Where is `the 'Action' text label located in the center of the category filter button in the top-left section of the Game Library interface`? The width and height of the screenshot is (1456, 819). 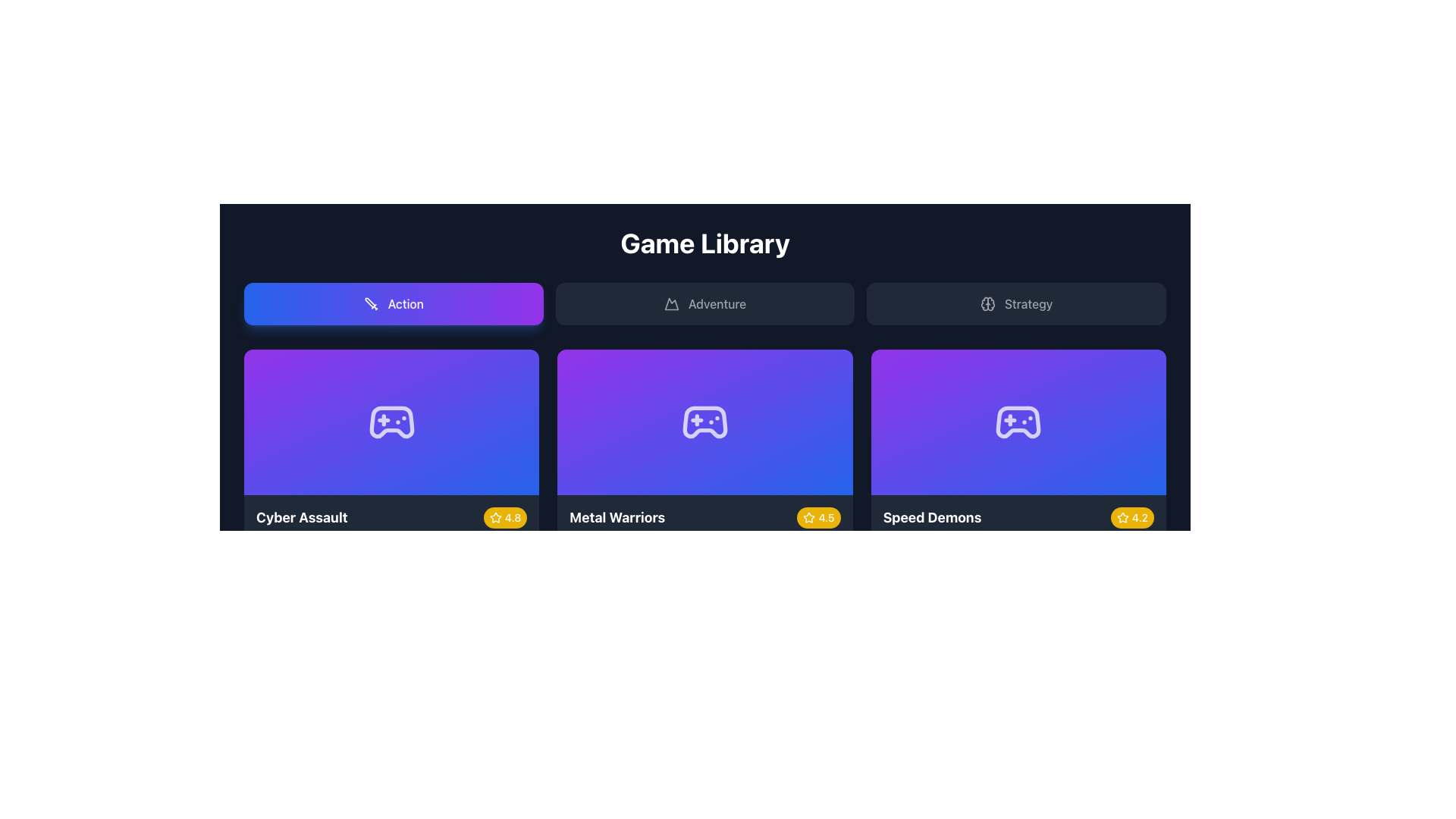 the 'Action' text label located in the center of the category filter button in the top-left section of the Game Library interface is located at coordinates (406, 304).